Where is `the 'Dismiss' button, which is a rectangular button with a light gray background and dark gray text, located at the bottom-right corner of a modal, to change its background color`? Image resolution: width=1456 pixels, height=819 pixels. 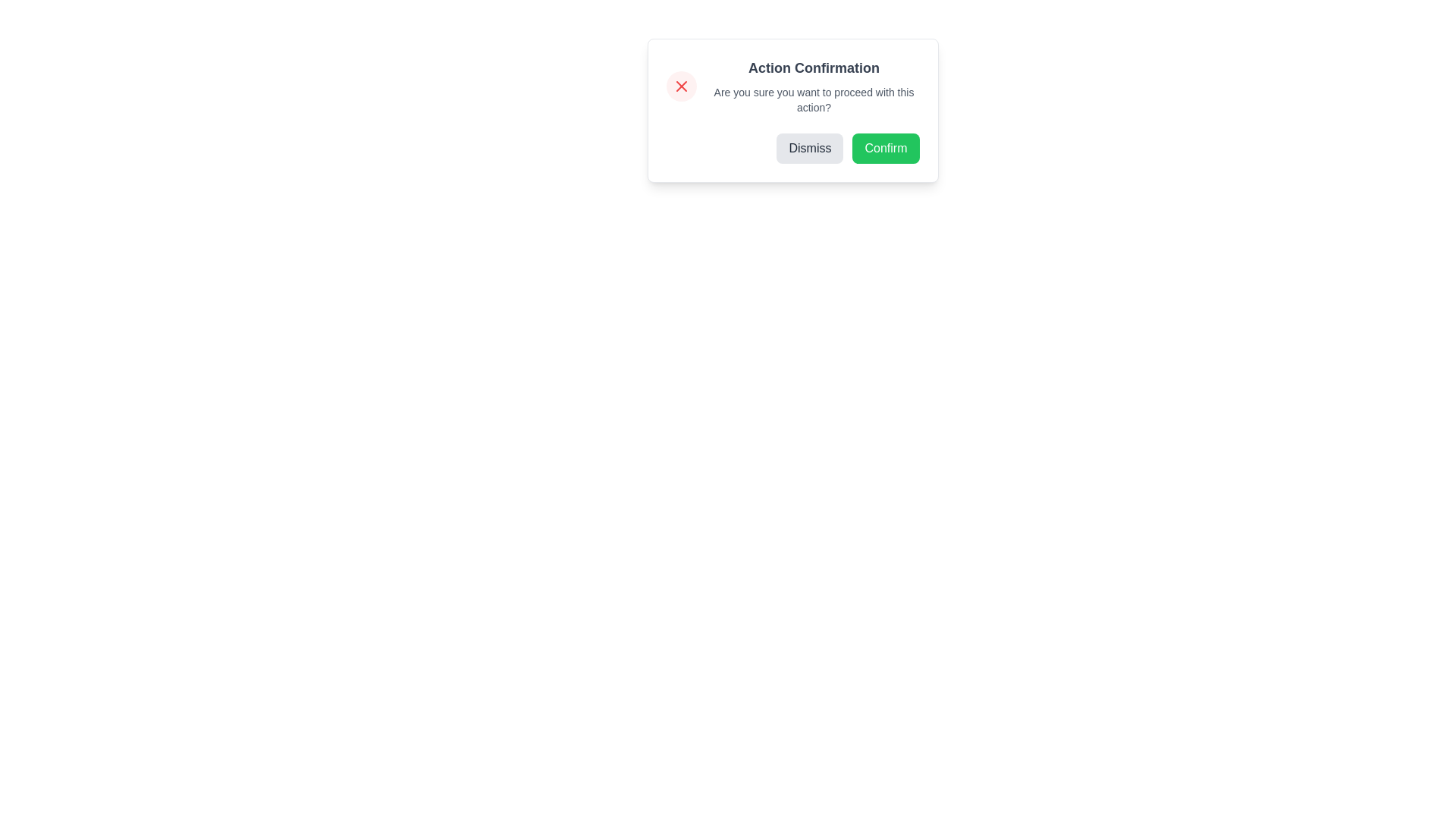
the 'Dismiss' button, which is a rectangular button with a light gray background and dark gray text, located at the bottom-right corner of a modal, to change its background color is located at coordinates (809, 149).